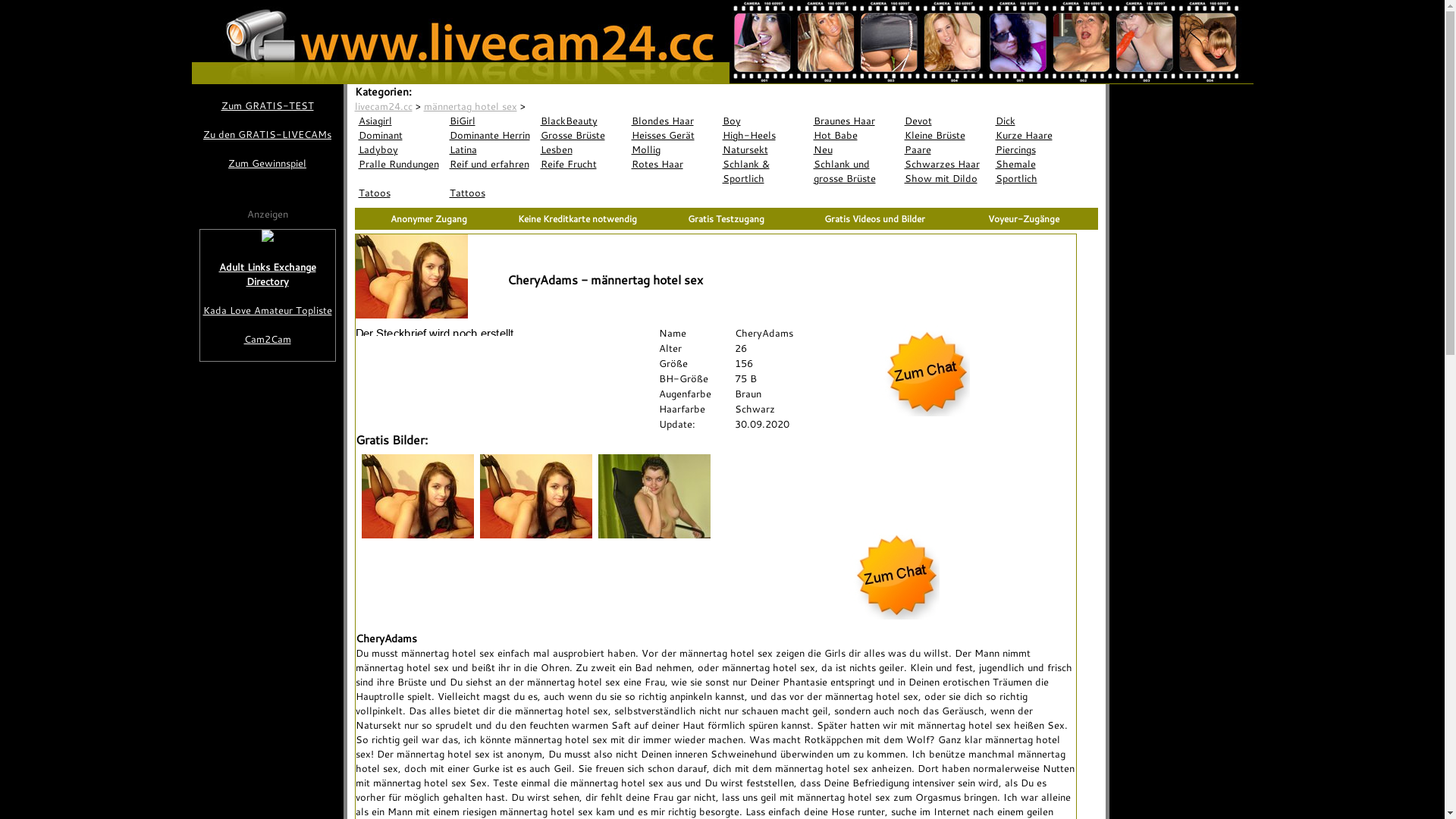  Describe the element at coordinates (901, 164) in the screenshot. I see `'Schwarzes Haar'` at that location.